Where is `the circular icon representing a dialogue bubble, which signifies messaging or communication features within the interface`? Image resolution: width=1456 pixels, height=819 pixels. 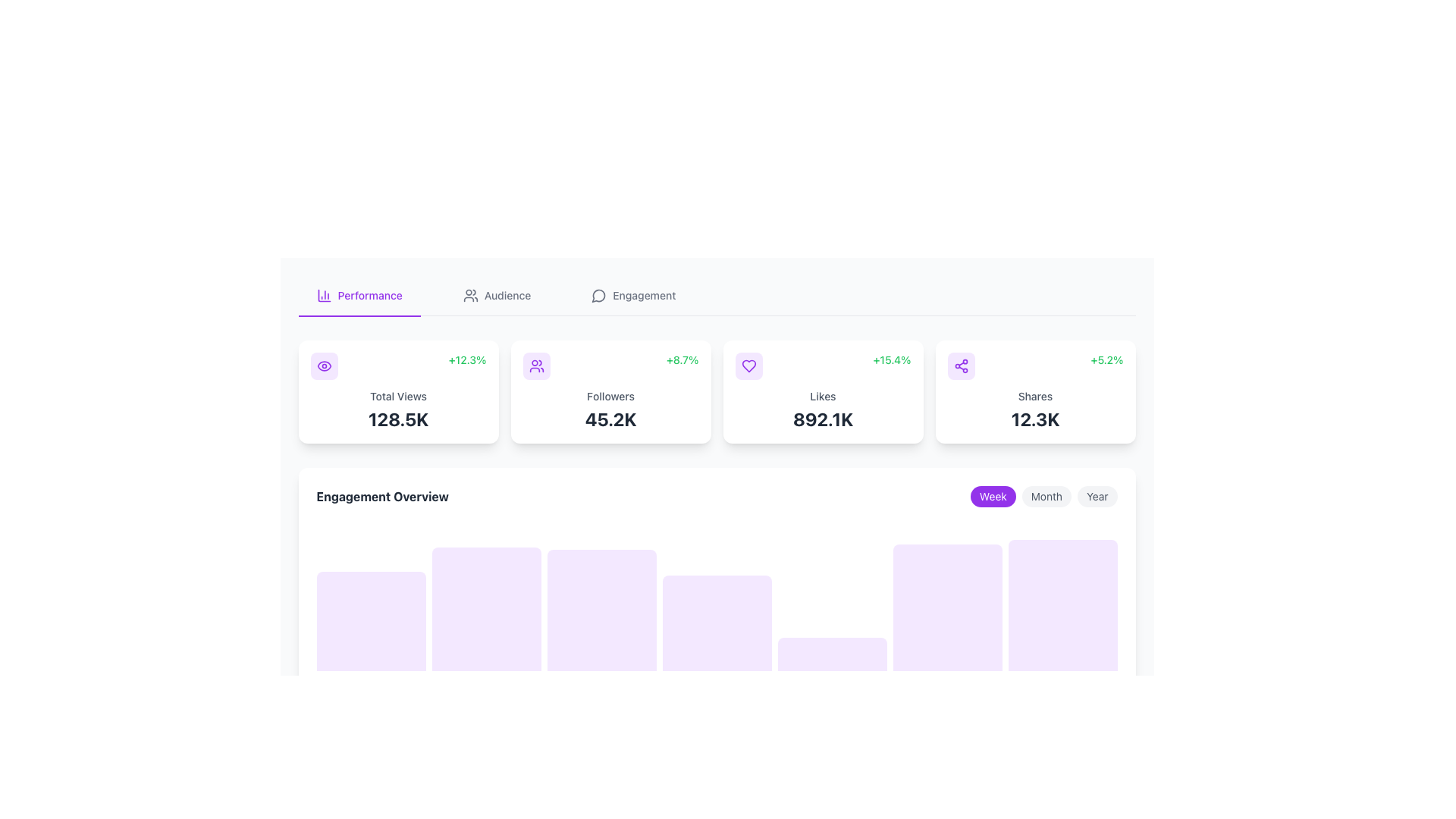
the circular icon representing a dialogue bubble, which signifies messaging or communication features within the interface is located at coordinates (598, 296).